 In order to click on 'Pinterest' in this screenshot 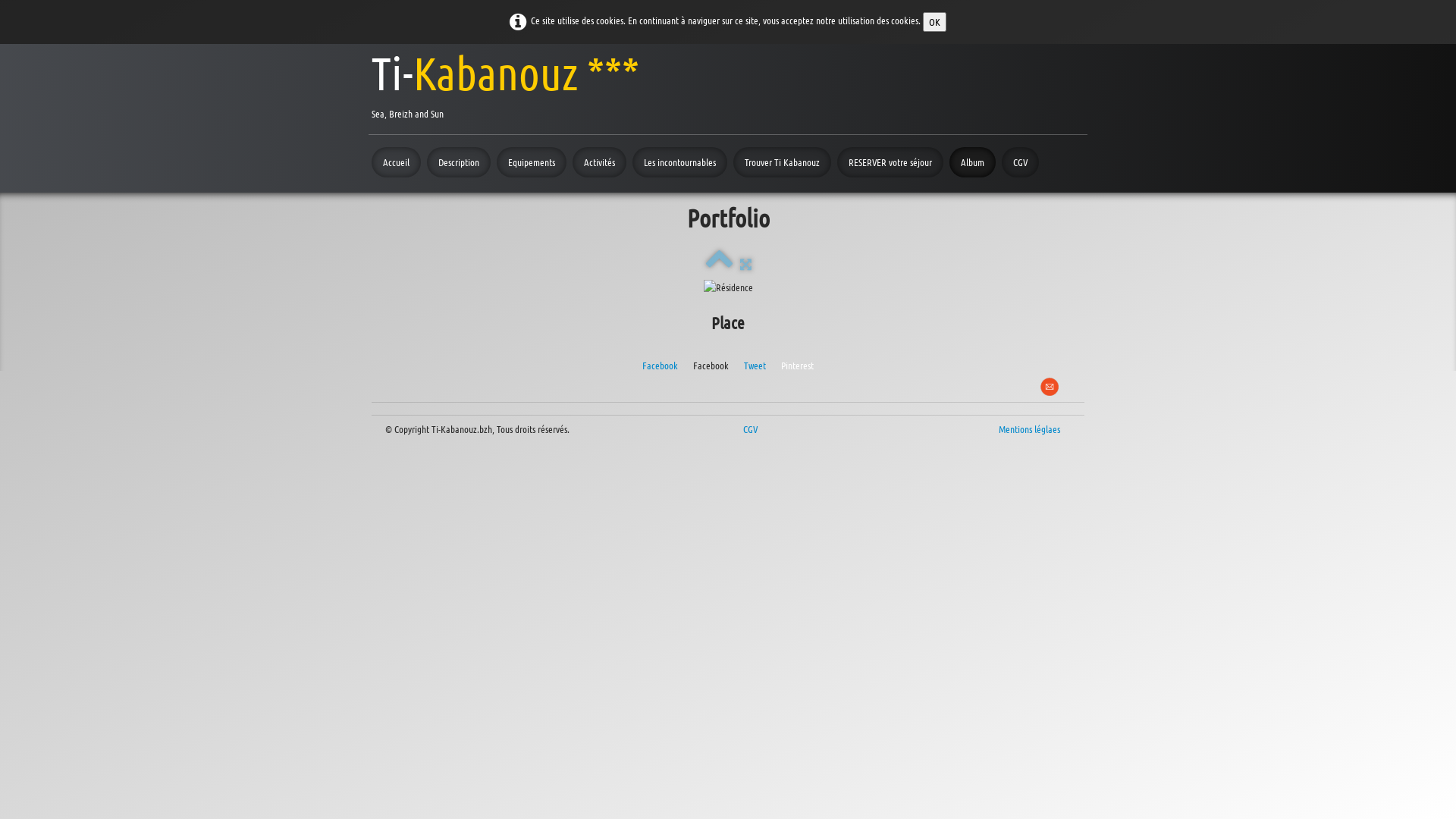, I will do `click(796, 365)`.